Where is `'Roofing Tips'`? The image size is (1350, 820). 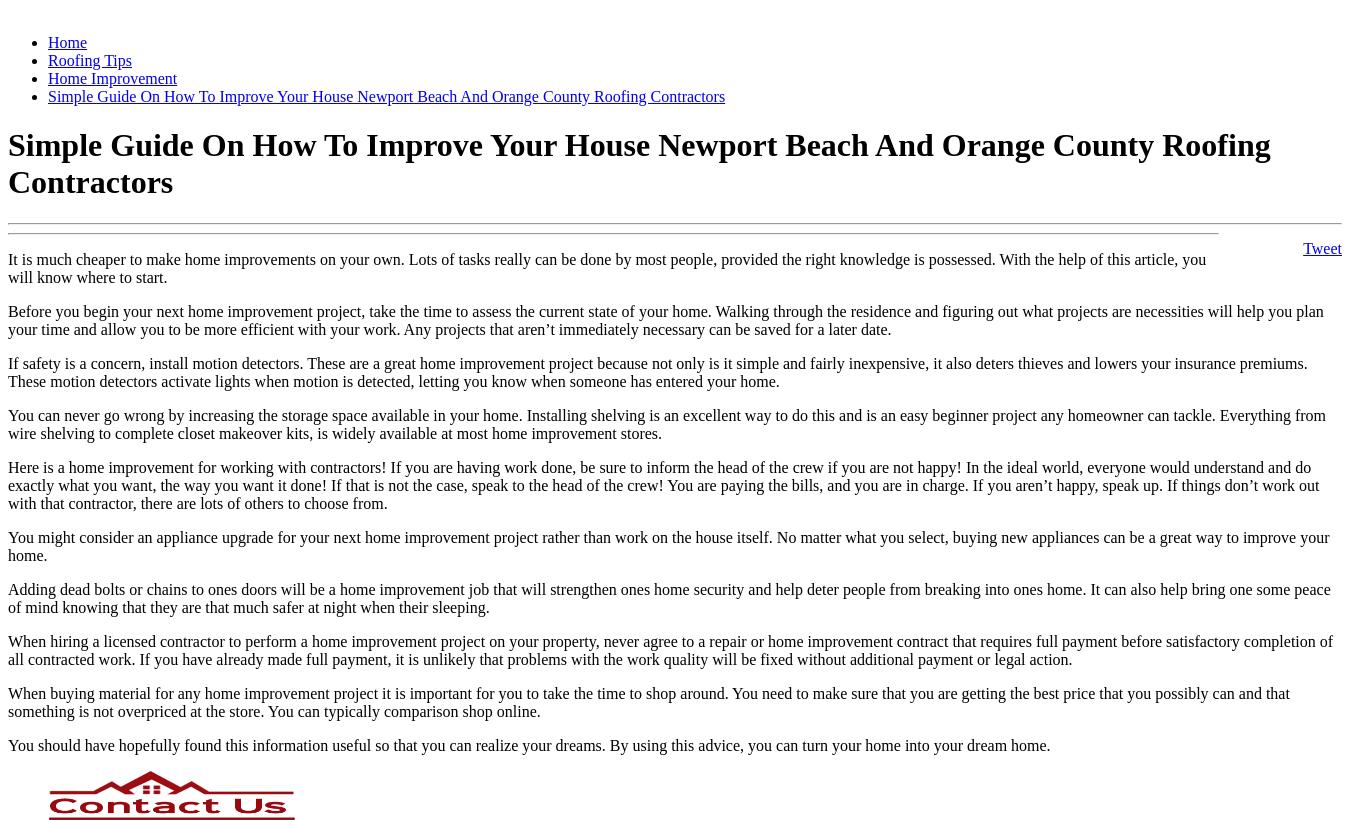 'Roofing Tips' is located at coordinates (89, 60).